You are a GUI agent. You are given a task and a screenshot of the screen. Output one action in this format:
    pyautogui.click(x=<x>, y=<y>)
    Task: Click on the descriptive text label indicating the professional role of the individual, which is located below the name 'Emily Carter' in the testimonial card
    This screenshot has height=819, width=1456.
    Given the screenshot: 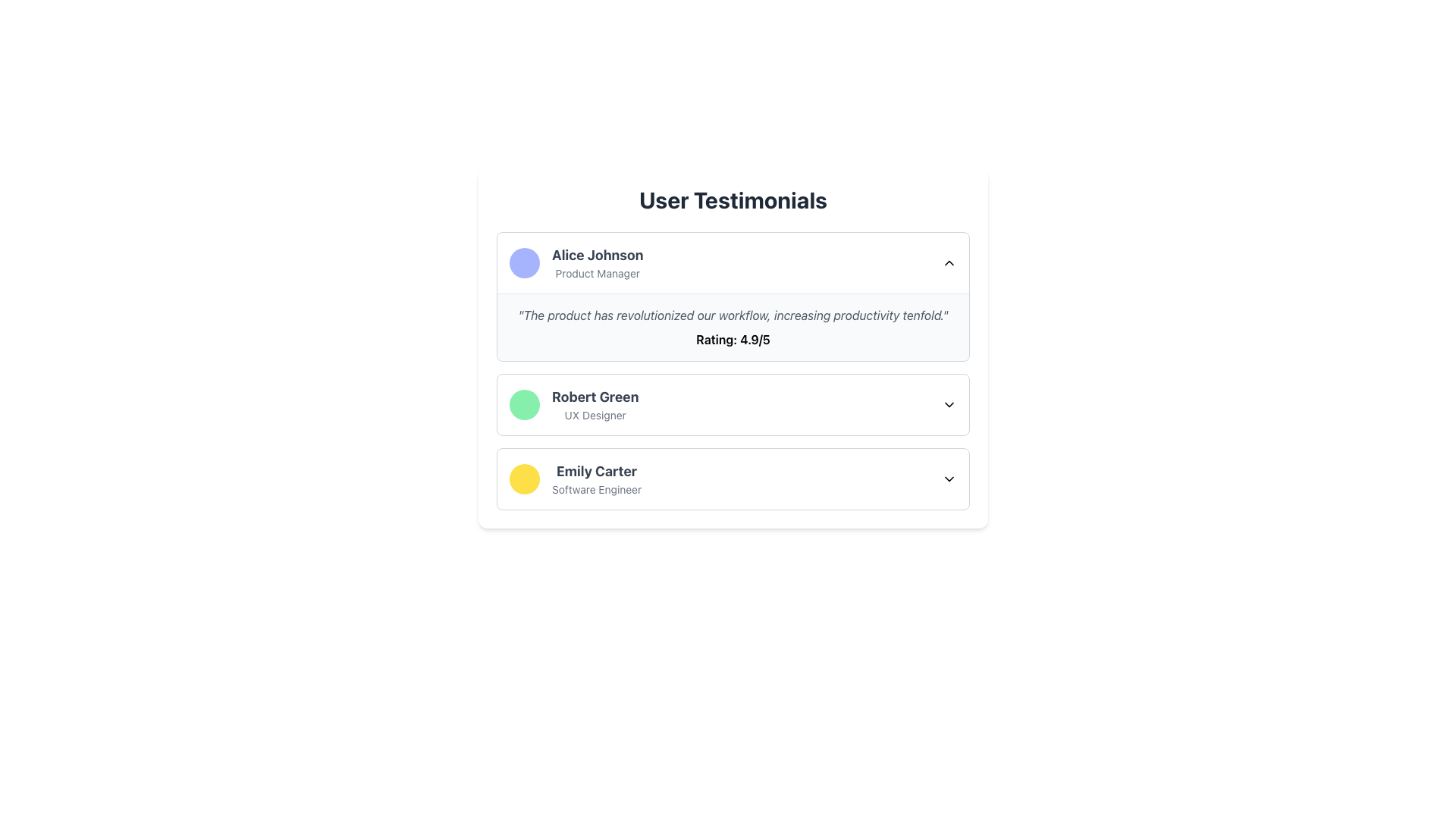 What is the action you would take?
    pyautogui.click(x=596, y=489)
    